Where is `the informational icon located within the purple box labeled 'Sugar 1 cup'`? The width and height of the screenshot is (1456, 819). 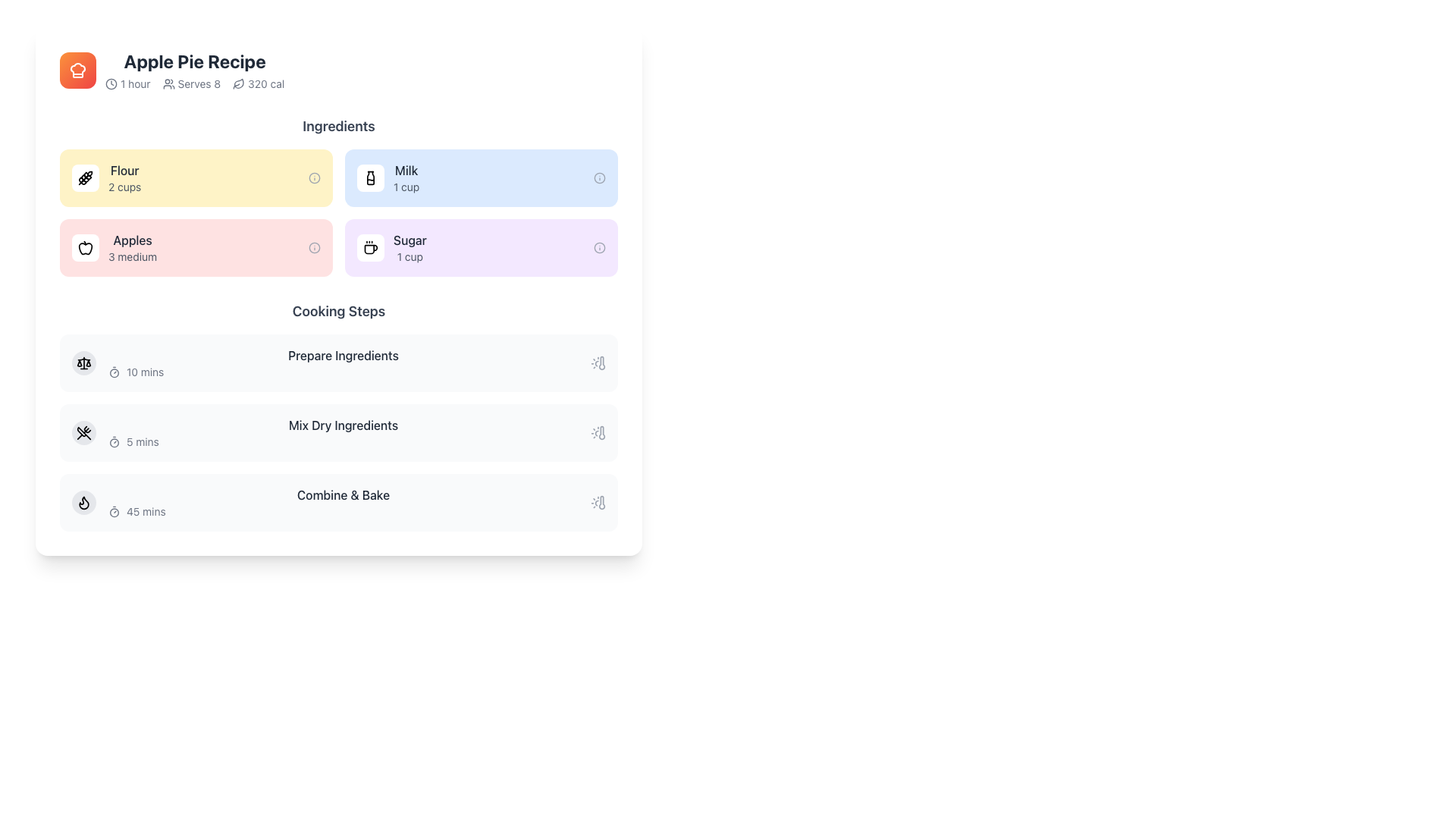 the informational icon located within the purple box labeled 'Sugar 1 cup' is located at coordinates (599, 247).